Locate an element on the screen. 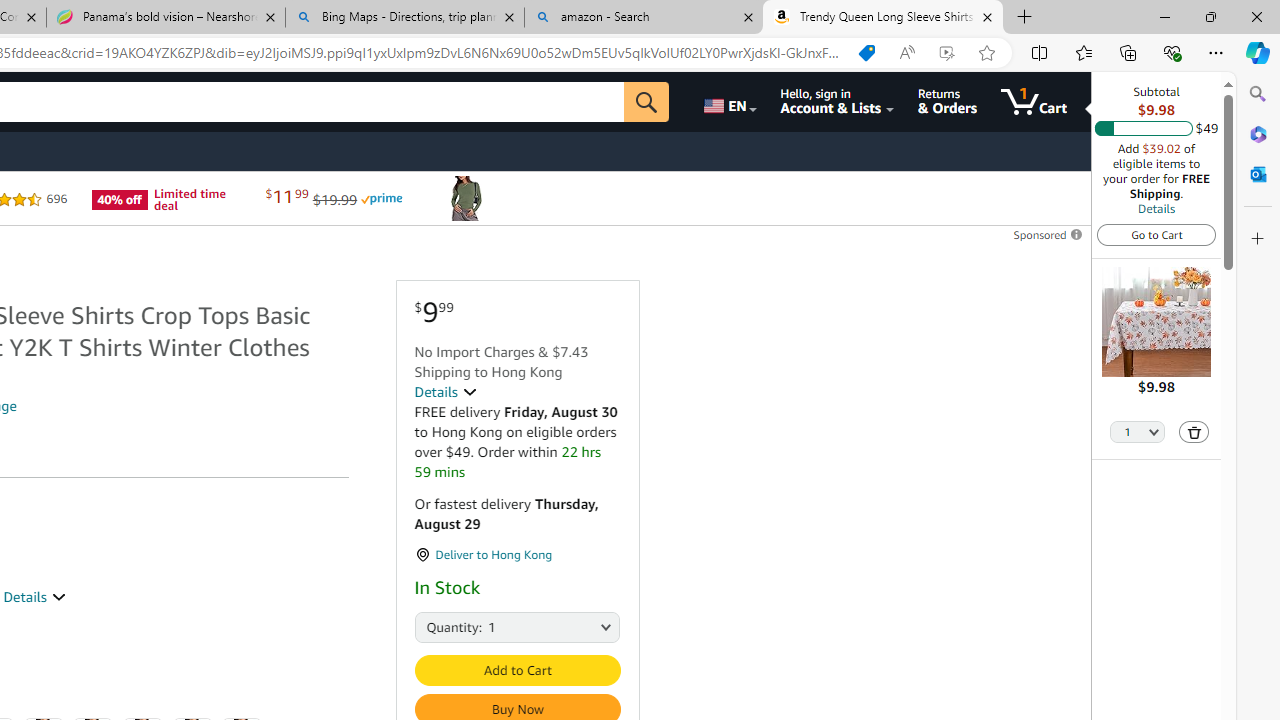 The height and width of the screenshot is (720, 1280). 'Details ' is located at coordinates (444, 392).